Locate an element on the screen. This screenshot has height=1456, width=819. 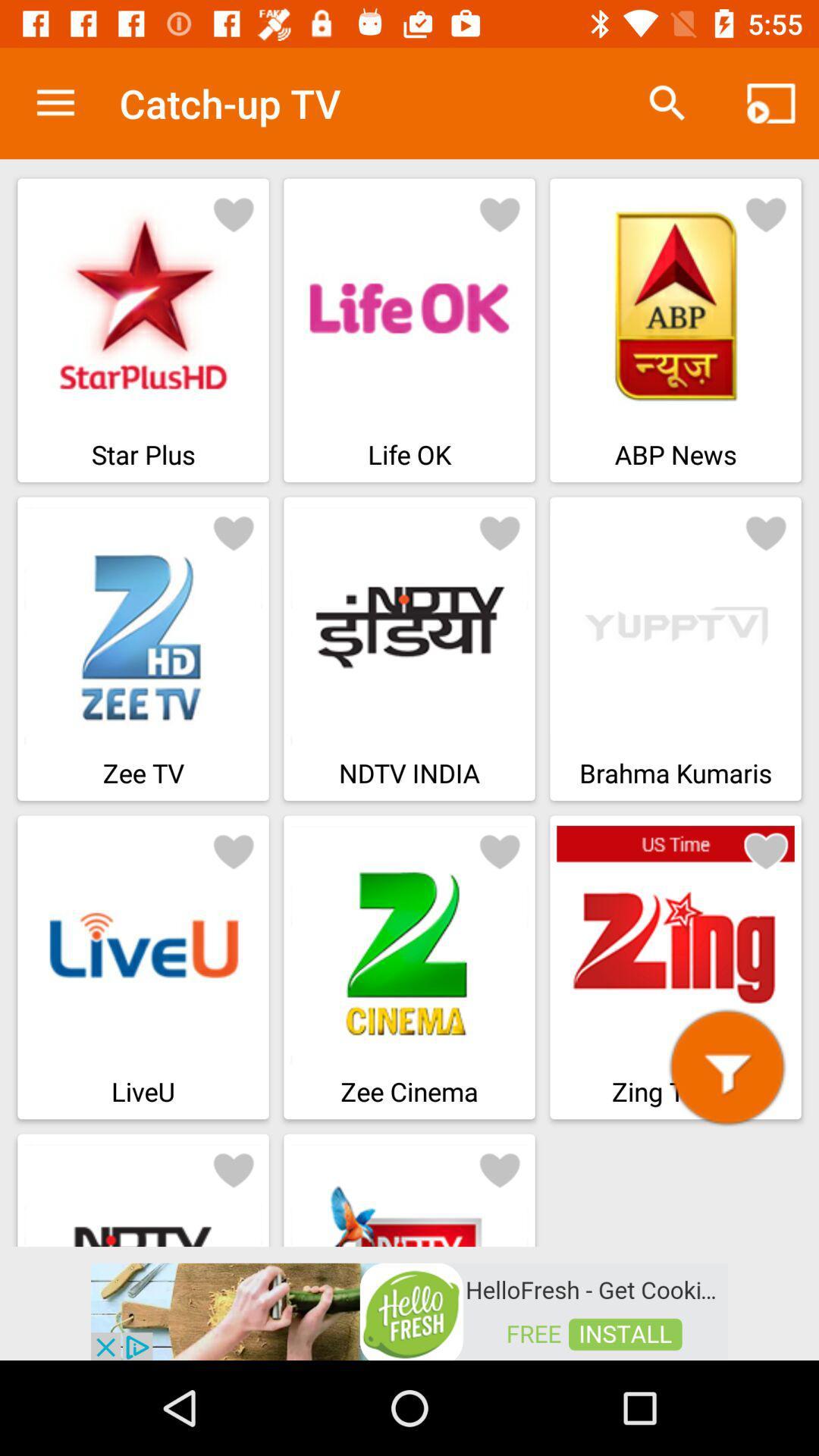
adding favorites heart button is located at coordinates (766, 851).